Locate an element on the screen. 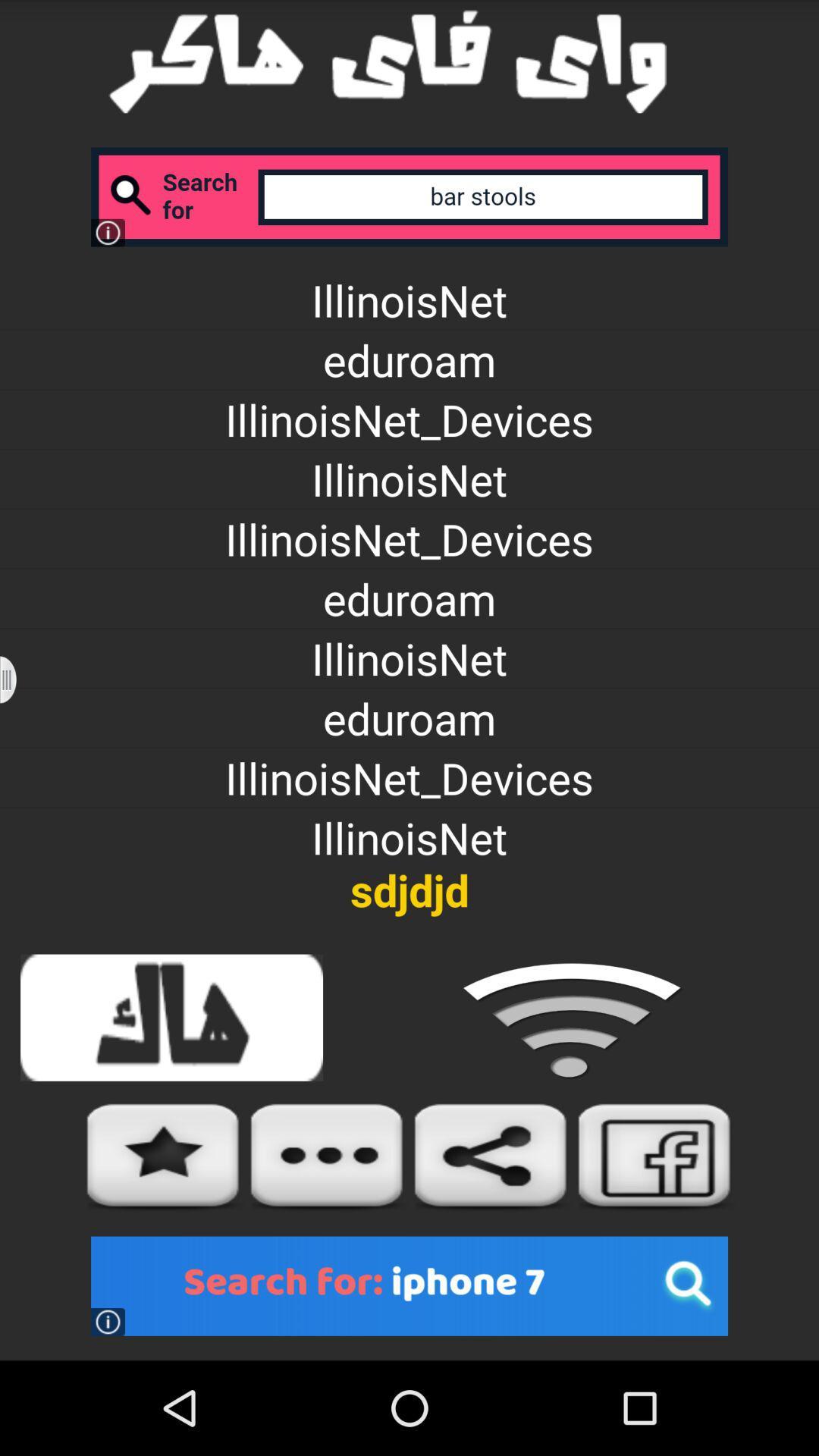 This screenshot has width=819, height=1456. the item next to the illinoisnet icon is located at coordinates (17, 679).